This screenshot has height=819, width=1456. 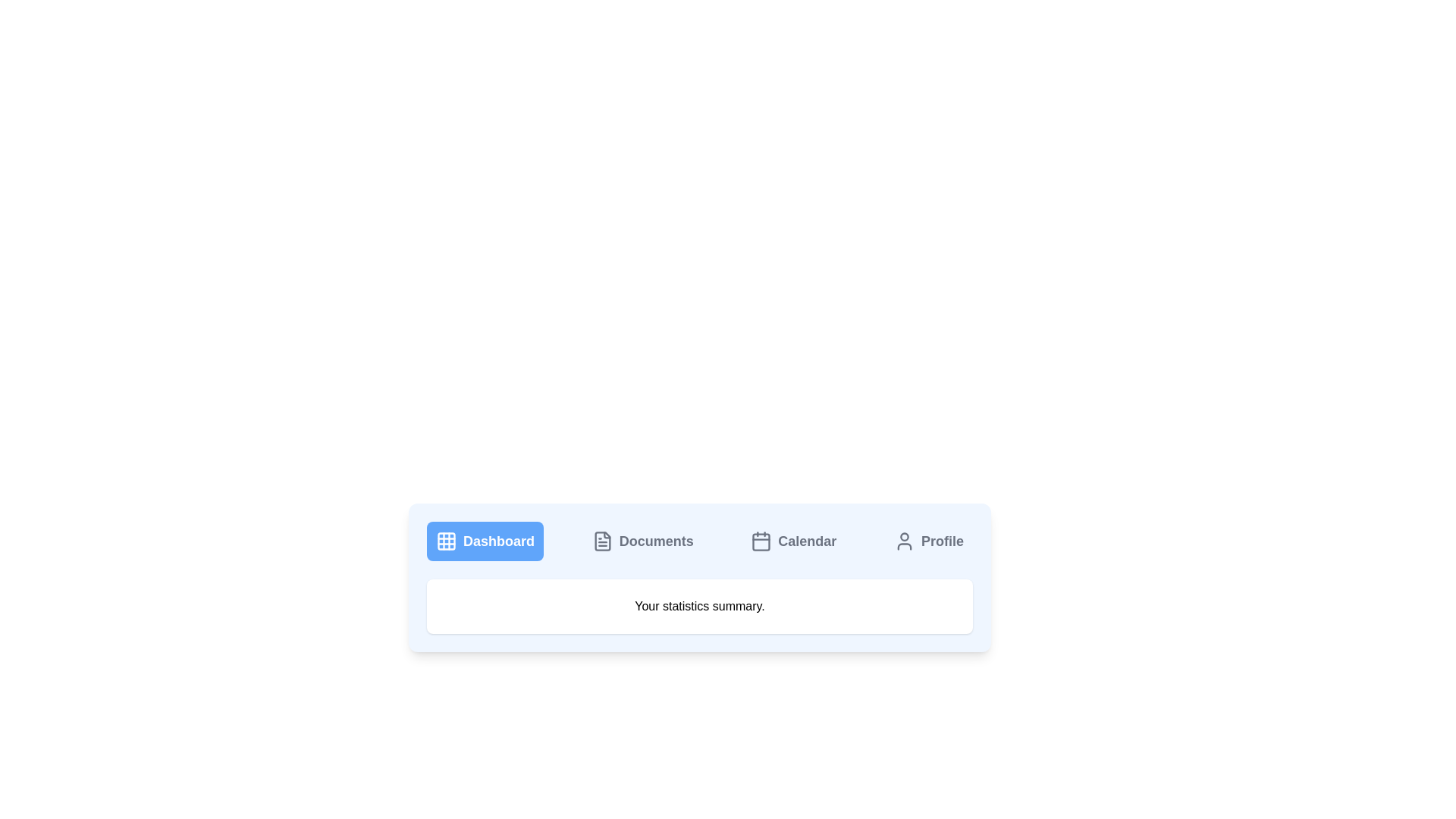 What do you see at coordinates (446, 540) in the screenshot?
I see `the small 3x3 grid icon with a white stroke on a blue background located to the left of the 'Dashboard' label` at bounding box center [446, 540].